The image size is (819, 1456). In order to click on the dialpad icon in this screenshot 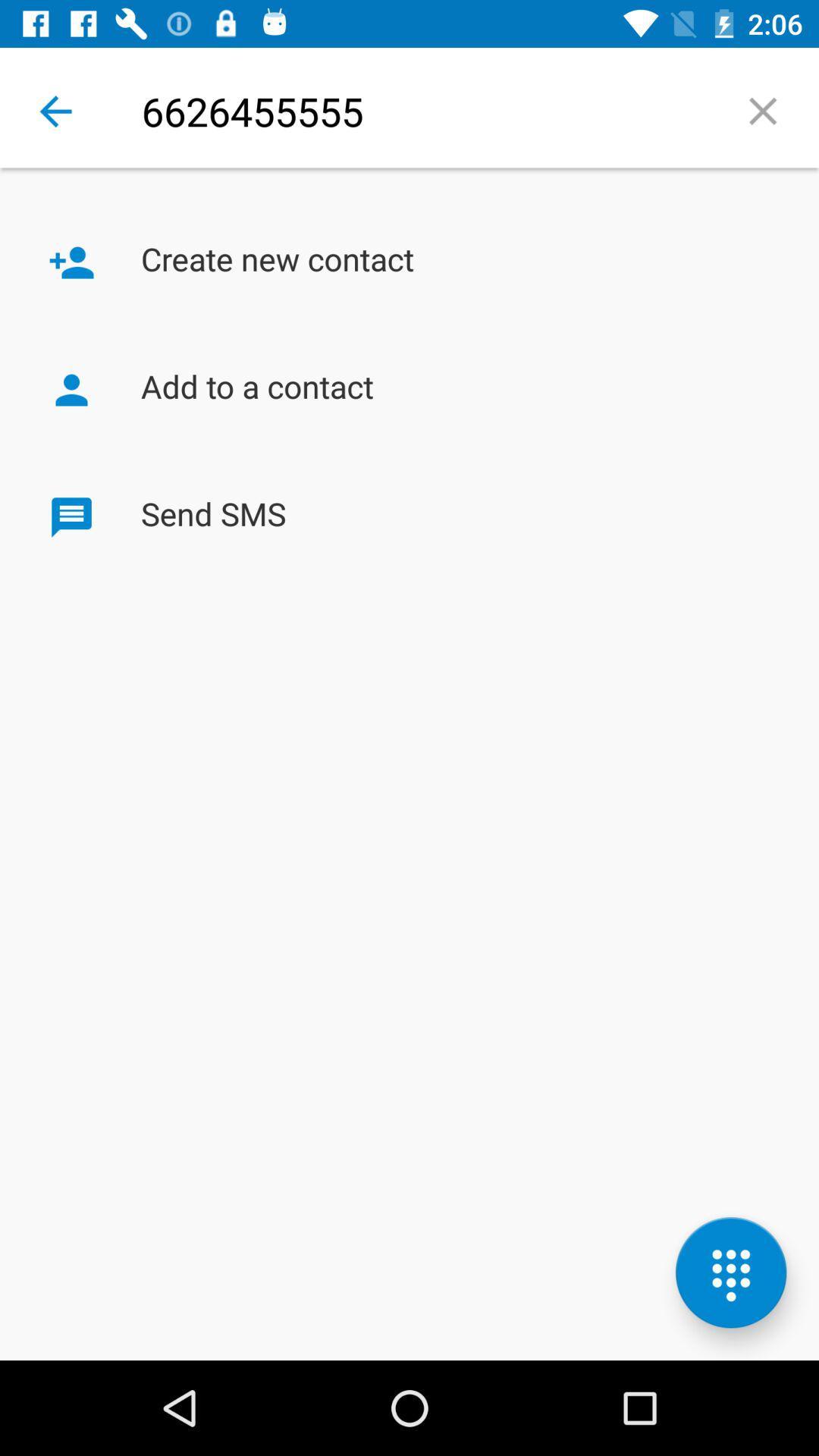, I will do `click(730, 1272)`.